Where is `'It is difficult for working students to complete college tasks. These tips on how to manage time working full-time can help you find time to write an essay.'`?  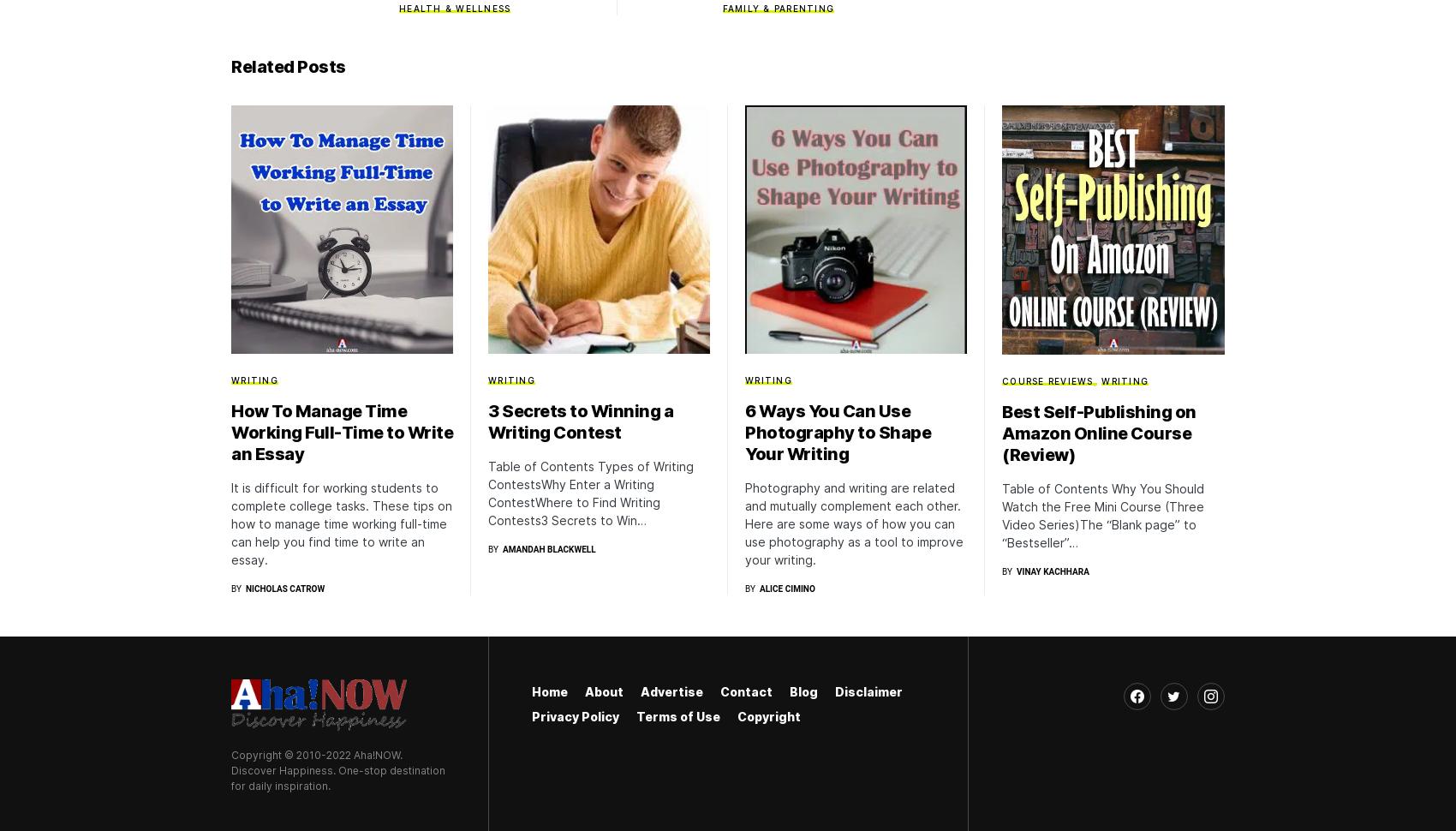 'It is difficult for working students to complete college tasks. These tips on how to manage time working full-time can help you find time to write an essay.' is located at coordinates (230, 523).